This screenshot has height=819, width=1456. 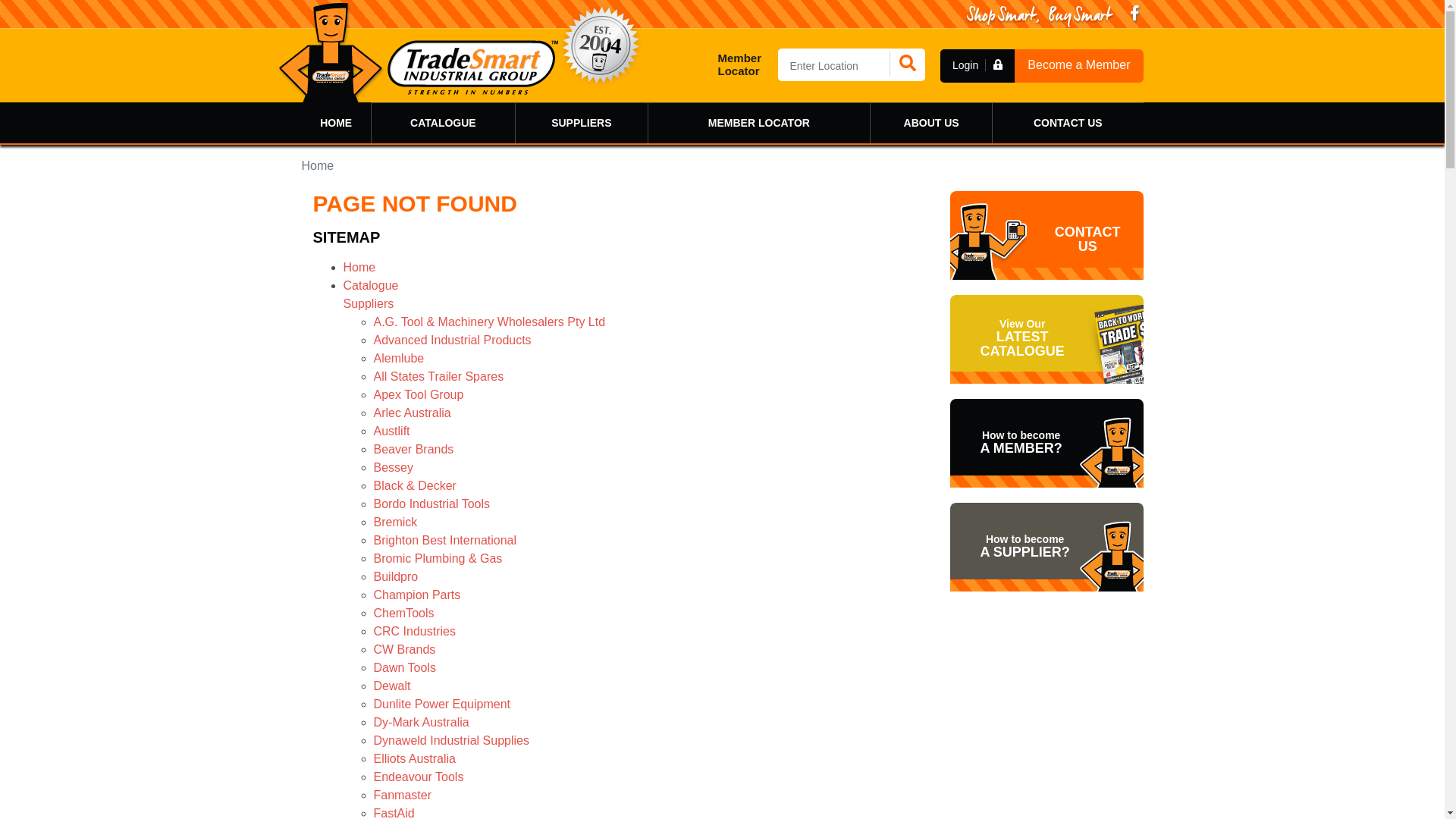 I want to click on 'Black & Decker', so click(x=372, y=485).